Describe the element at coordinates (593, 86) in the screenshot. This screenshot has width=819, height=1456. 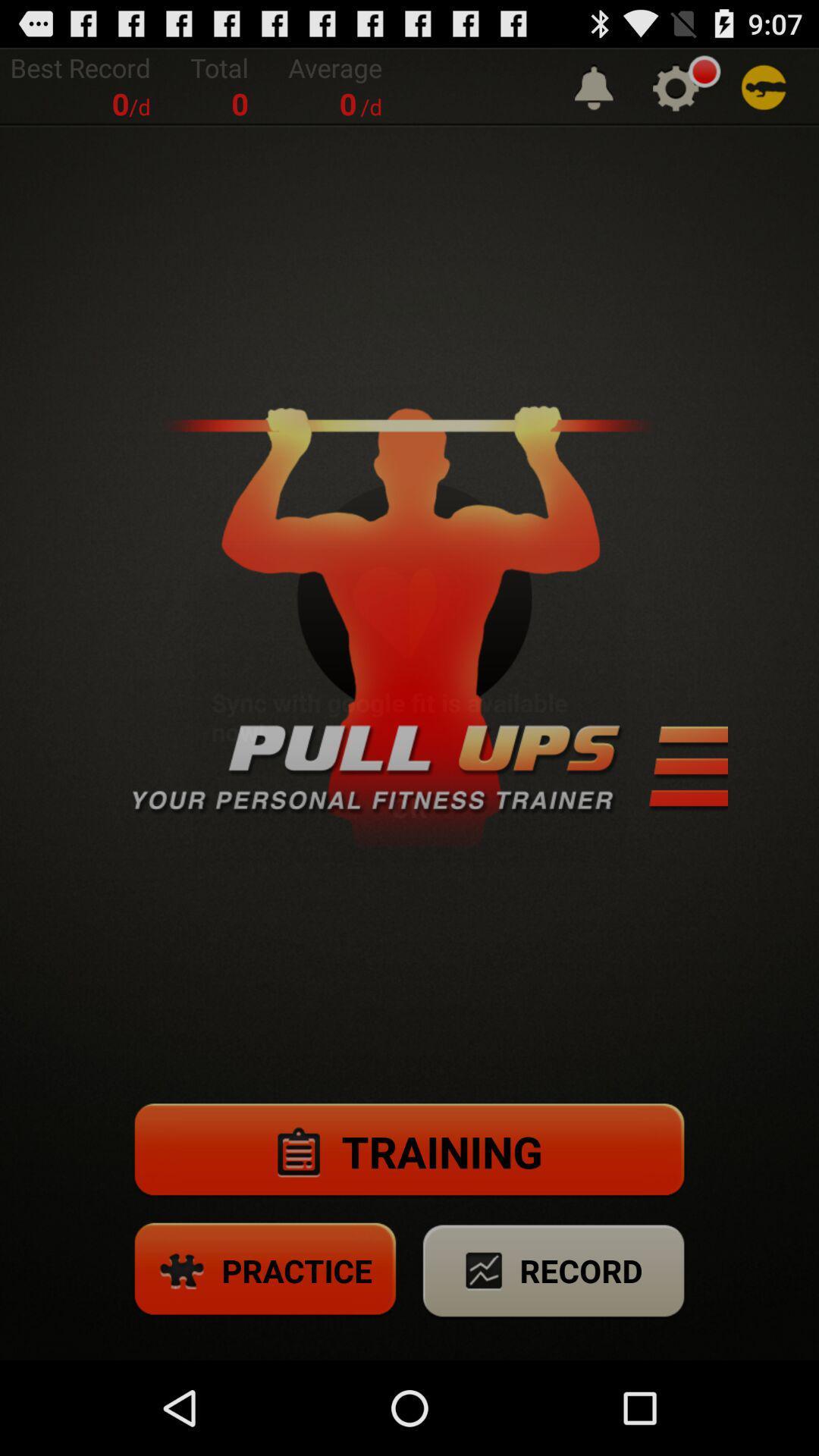
I see `the app to the right of the average` at that location.